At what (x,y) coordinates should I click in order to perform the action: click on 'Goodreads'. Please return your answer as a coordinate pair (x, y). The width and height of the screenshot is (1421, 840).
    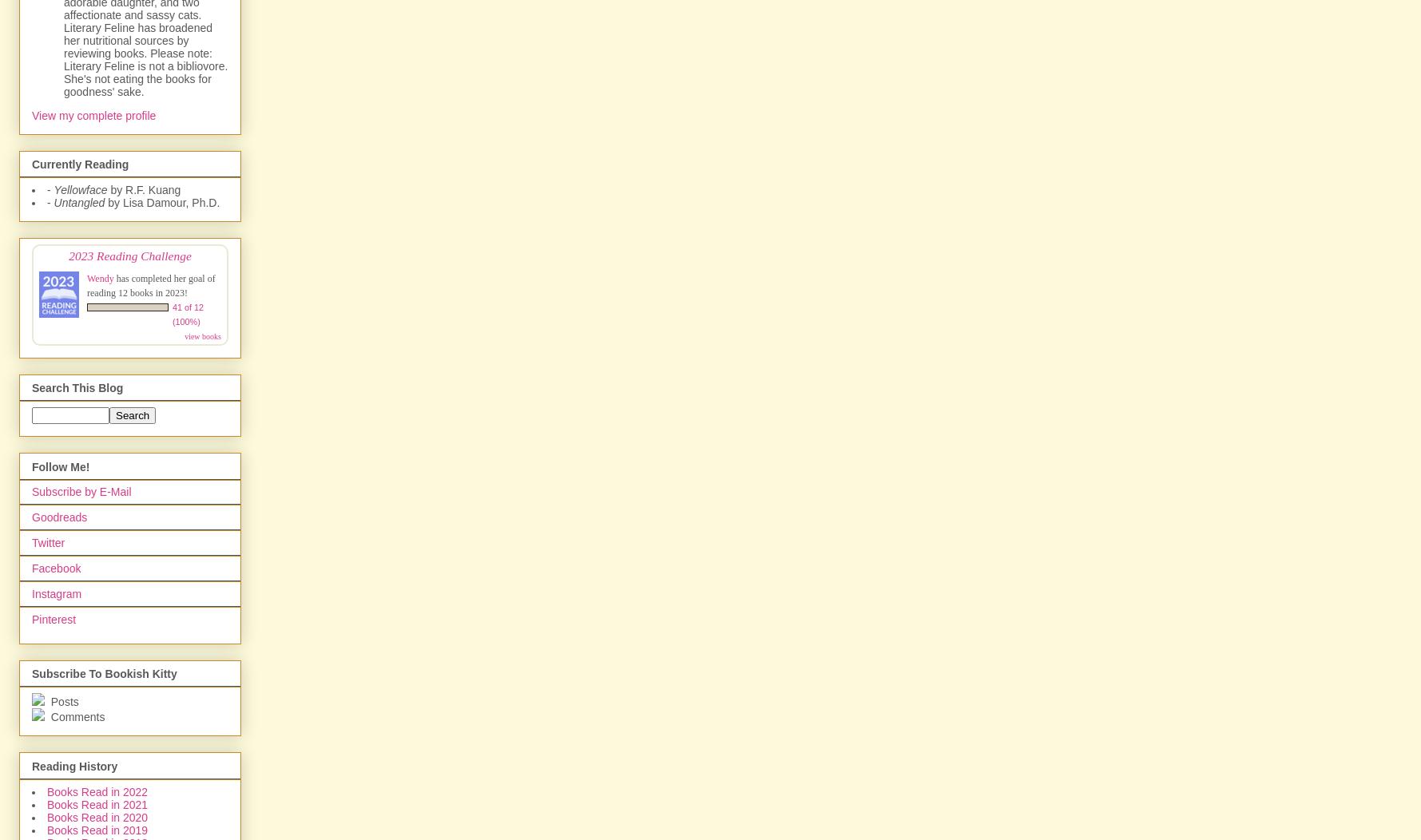
    Looking at the image, I should click on (58, 516).